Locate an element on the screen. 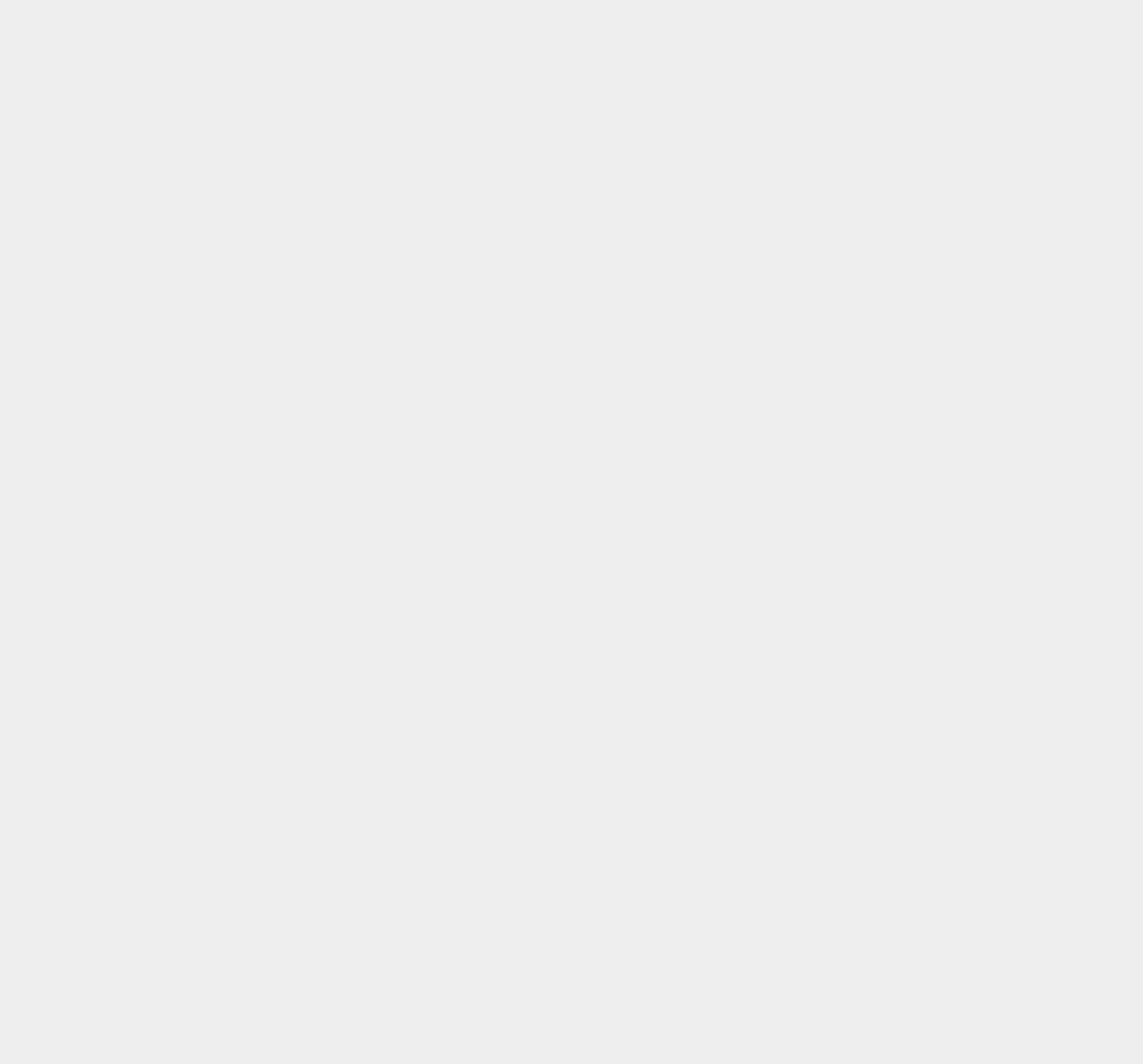  'macOS 14' is located at coordinates (839, 200).